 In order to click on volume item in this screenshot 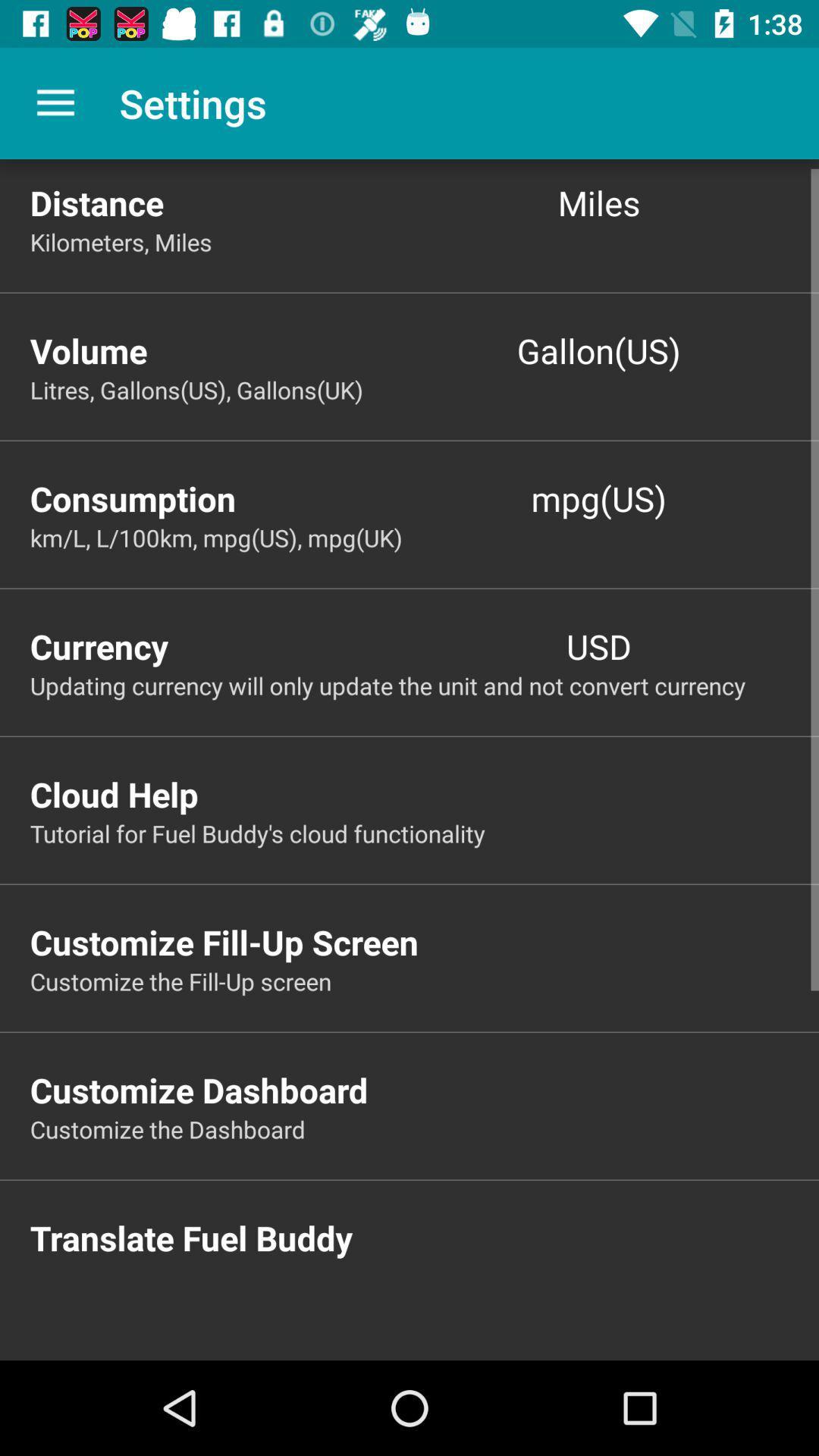, I will do `click(219, 350)`.